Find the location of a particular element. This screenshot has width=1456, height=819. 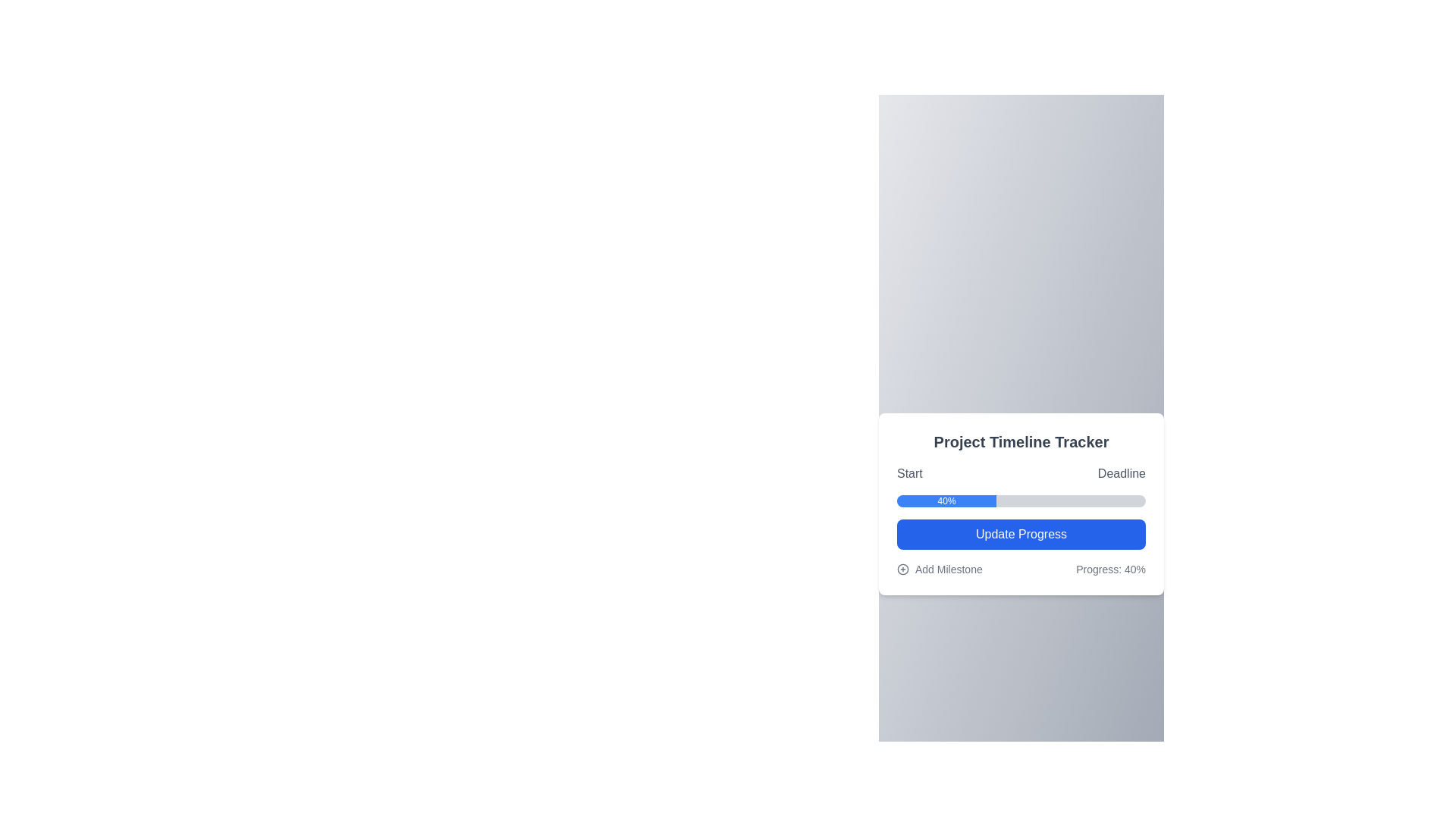

the icon that visually indicates the action of adding a new milestone, positioned to the left of the 'Add Milestone' text in the 'Project Timeline Tracker' card is located at coordinates (902, 570).